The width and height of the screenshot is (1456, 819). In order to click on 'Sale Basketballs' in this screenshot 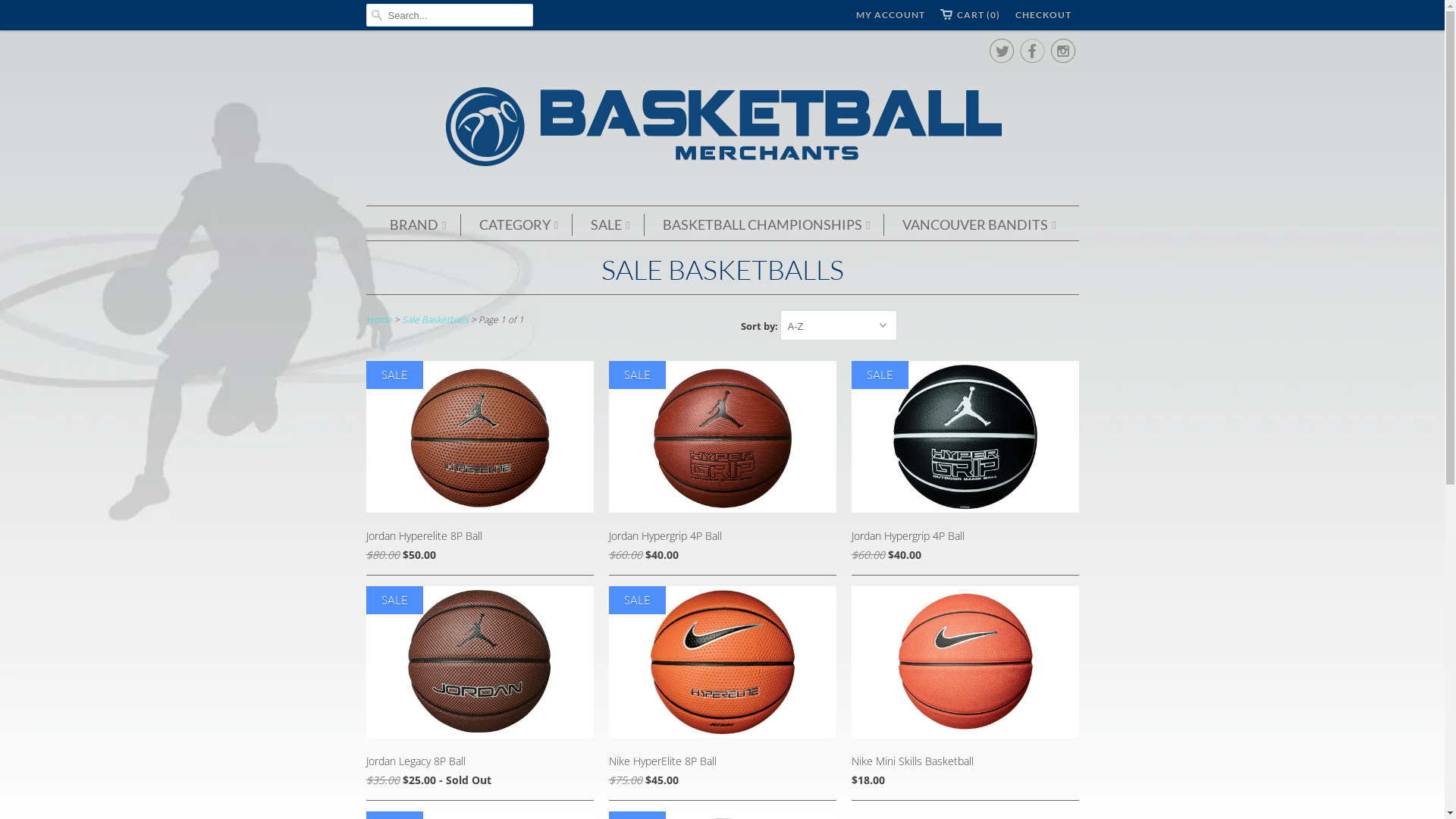, I will do `click(435, 318)`.